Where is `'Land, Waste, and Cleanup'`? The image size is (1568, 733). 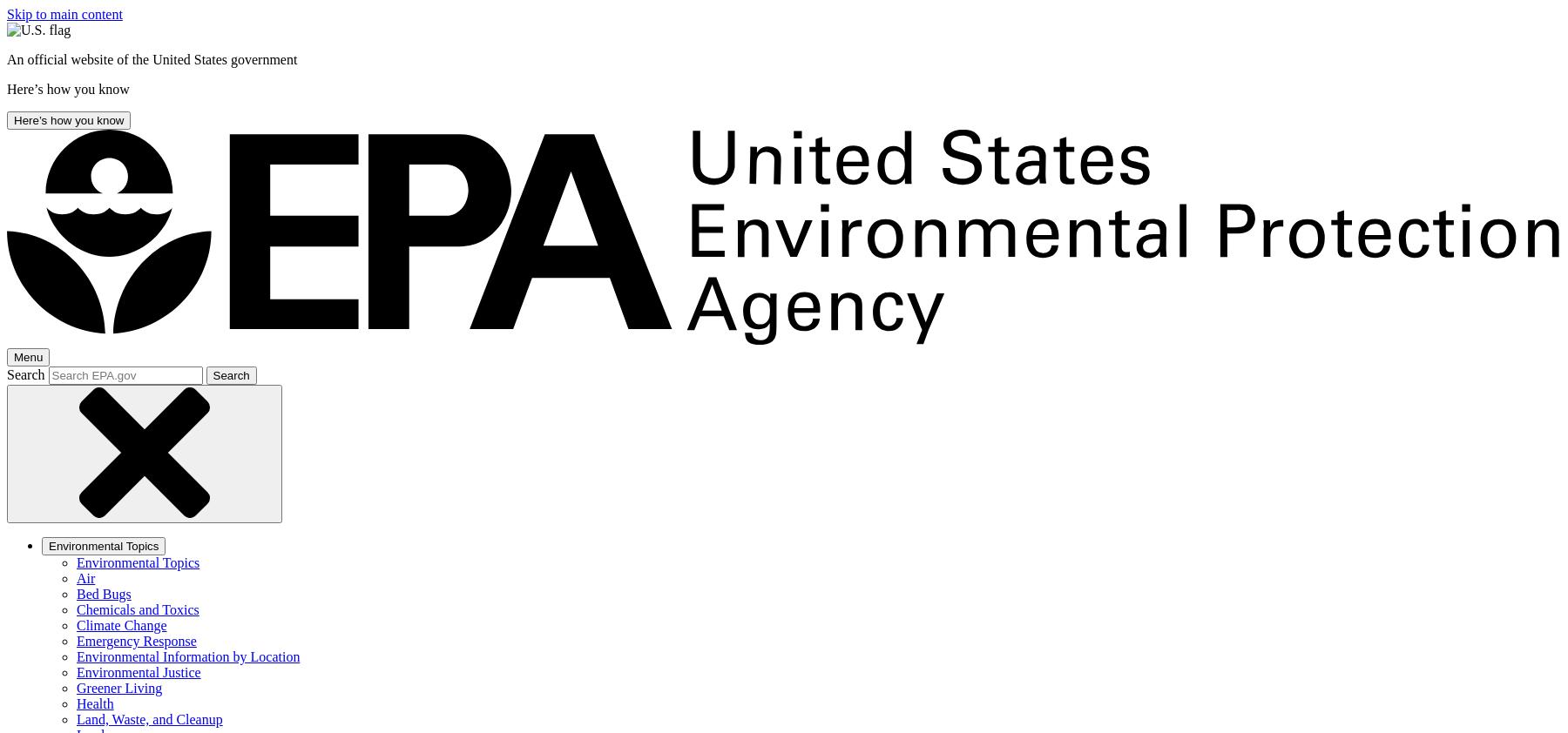
'Land, Waste, and Cleanup' is located at coordinates (76, 719).